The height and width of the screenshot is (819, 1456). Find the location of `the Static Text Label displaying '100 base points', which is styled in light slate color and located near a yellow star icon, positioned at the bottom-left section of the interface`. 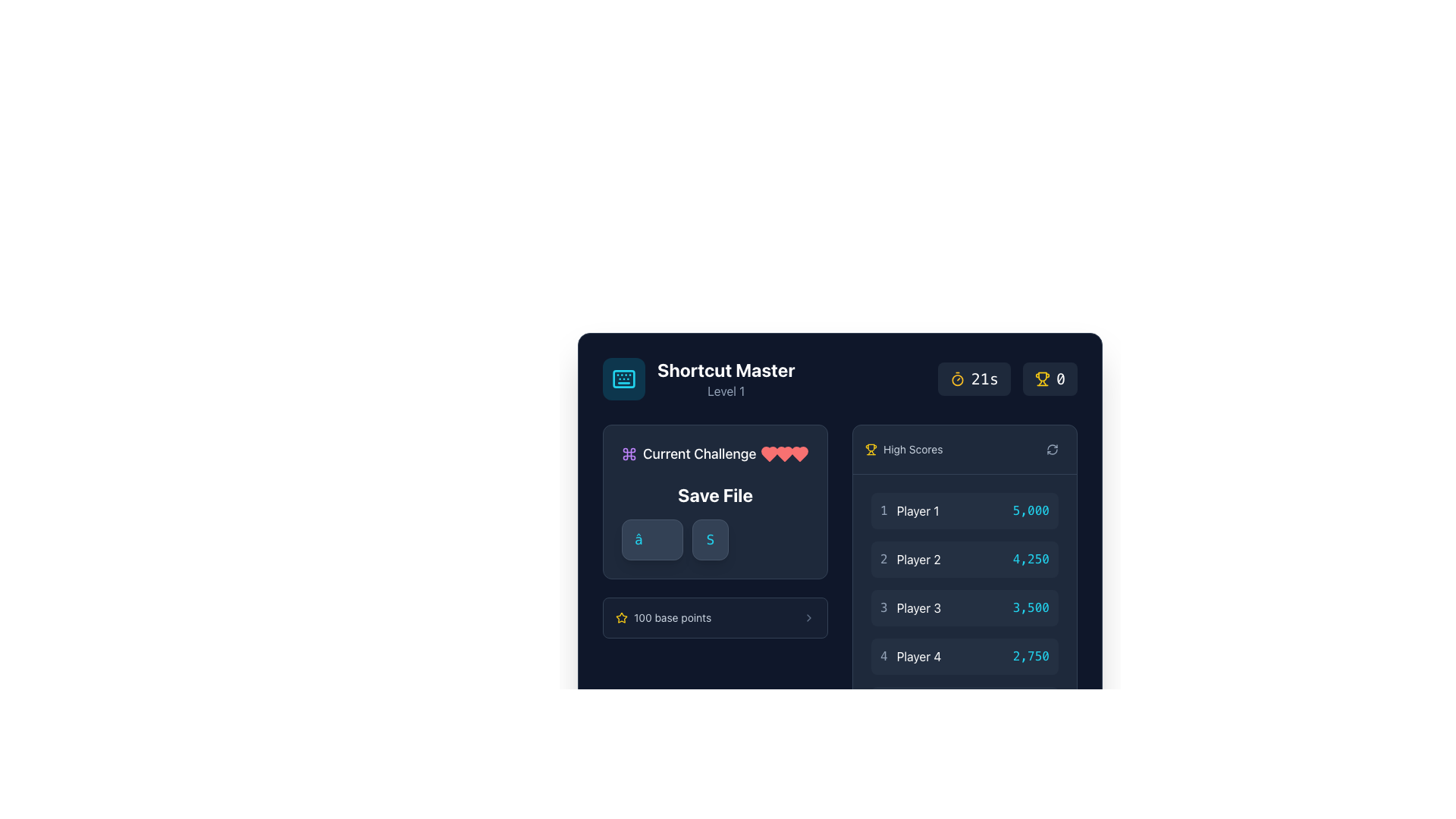

the Static Text Label displaying '100 base points', which is styled in light slate color and located near a yellow star icon, positioned at the bottom-left section of the interface is located at coordinates (672, 617).